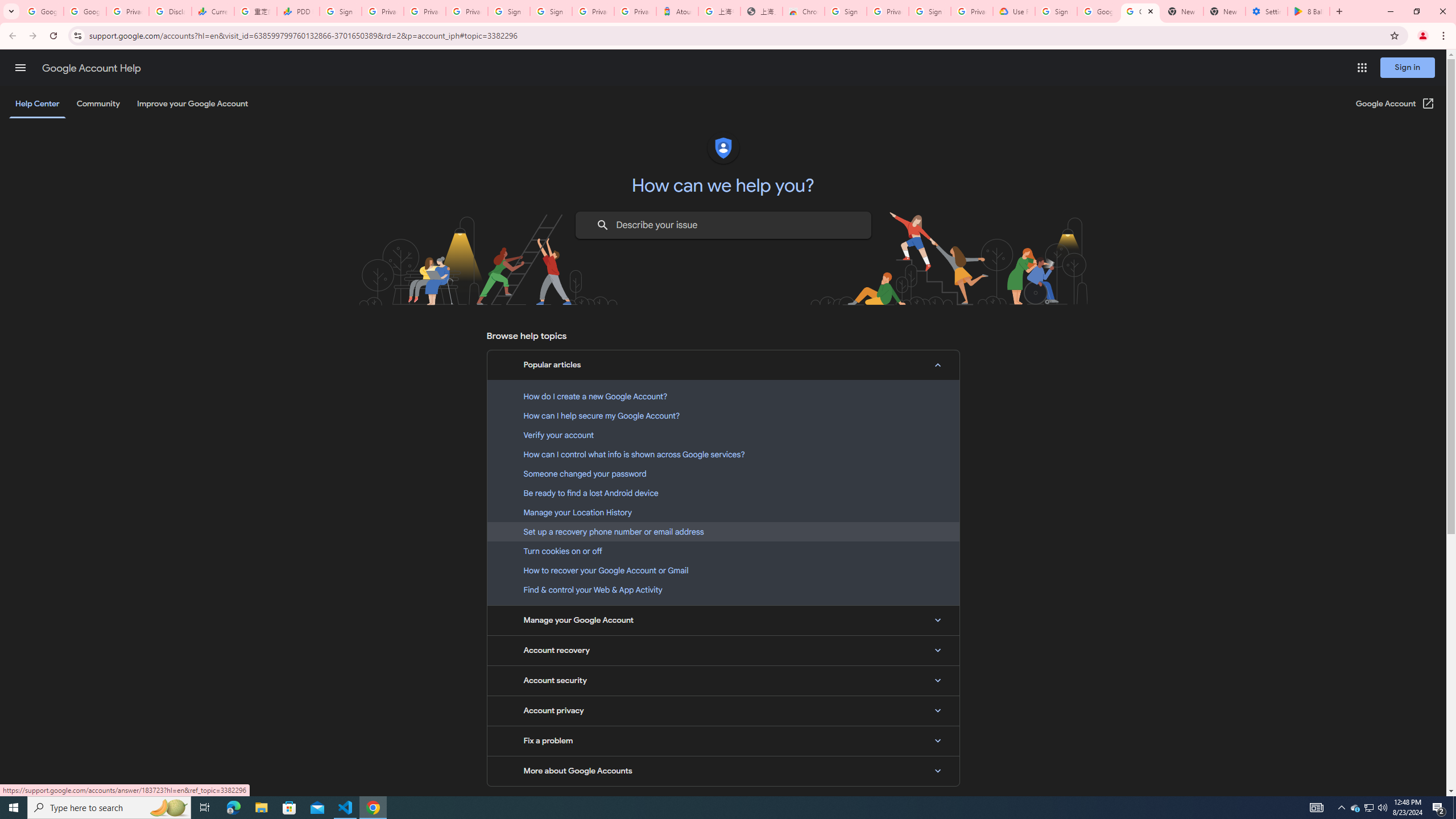  Describe the element at coordinates (723, 741) in the screenshot. I see `'Fix a problem'` at that location.